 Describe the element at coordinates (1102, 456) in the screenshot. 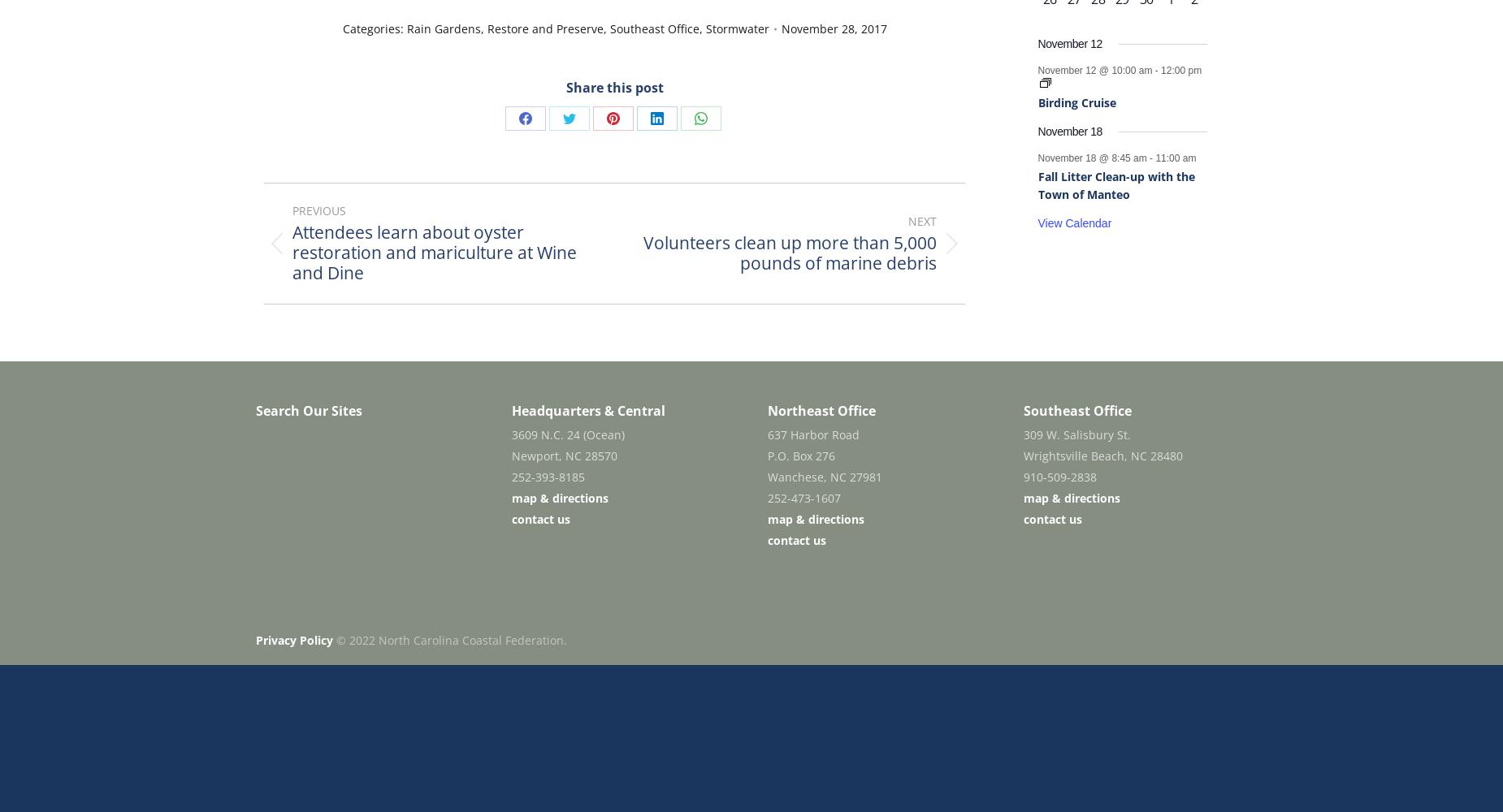

I see `'Wrightsville Beach, NC 28480'` at that location.